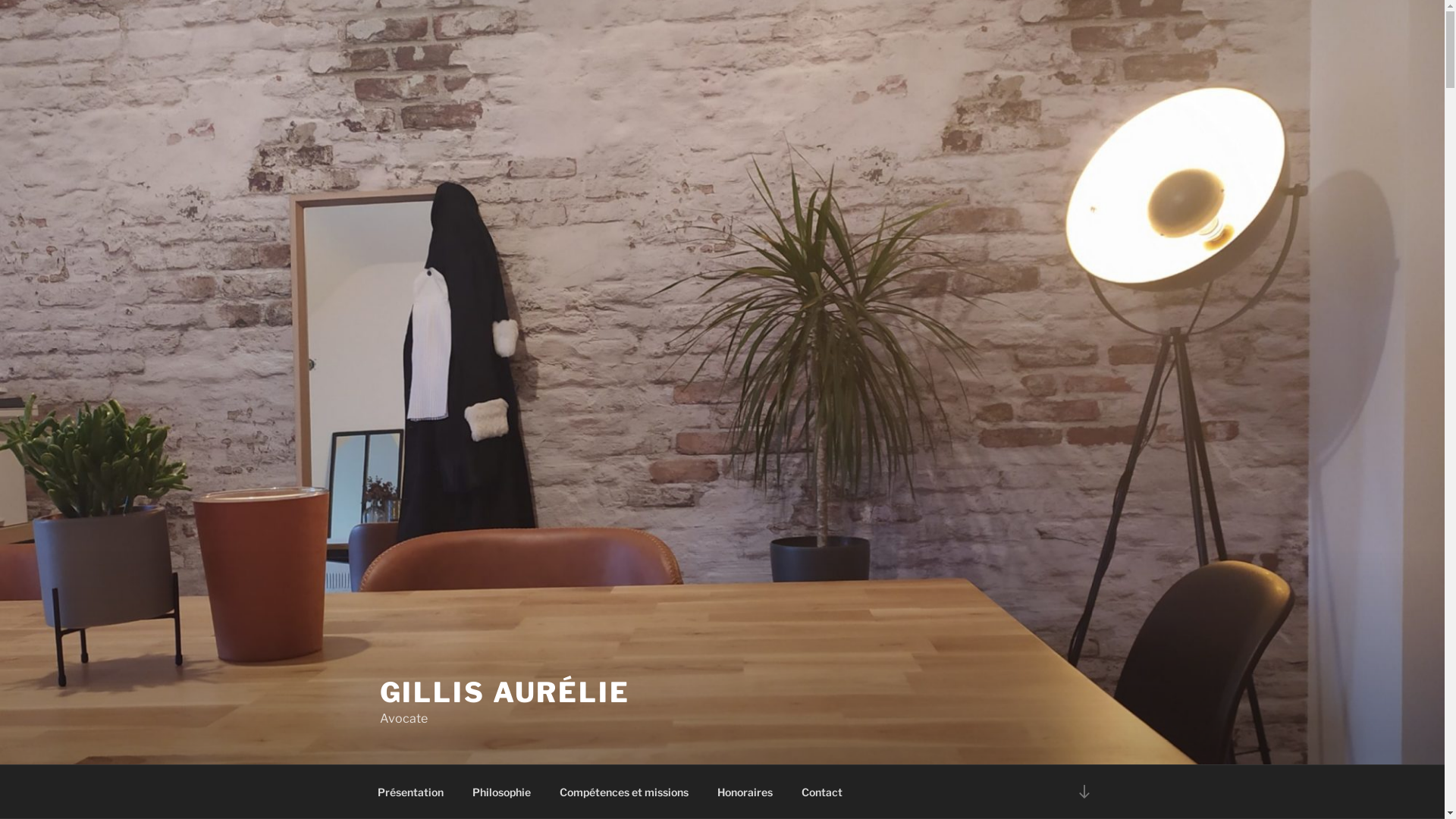 This screenshot has height=819, width=1456. I want to click on 'Descendre au contenu', so click(1065, 790).